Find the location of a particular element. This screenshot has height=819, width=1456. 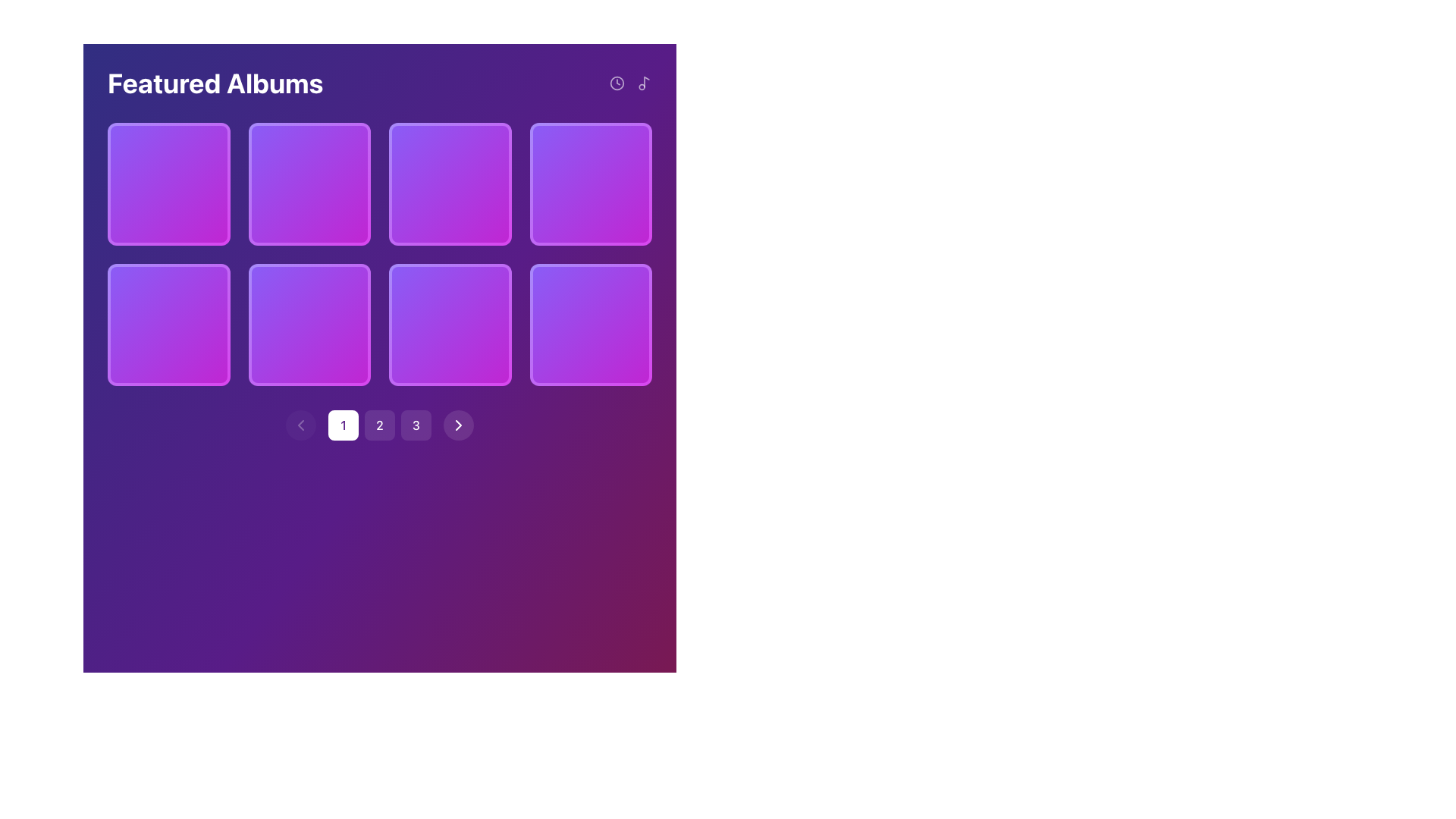

the favorite button located in the top-right corner of the album 'Album 3' by 'Artist 3' is located at coordinates (482, 152).